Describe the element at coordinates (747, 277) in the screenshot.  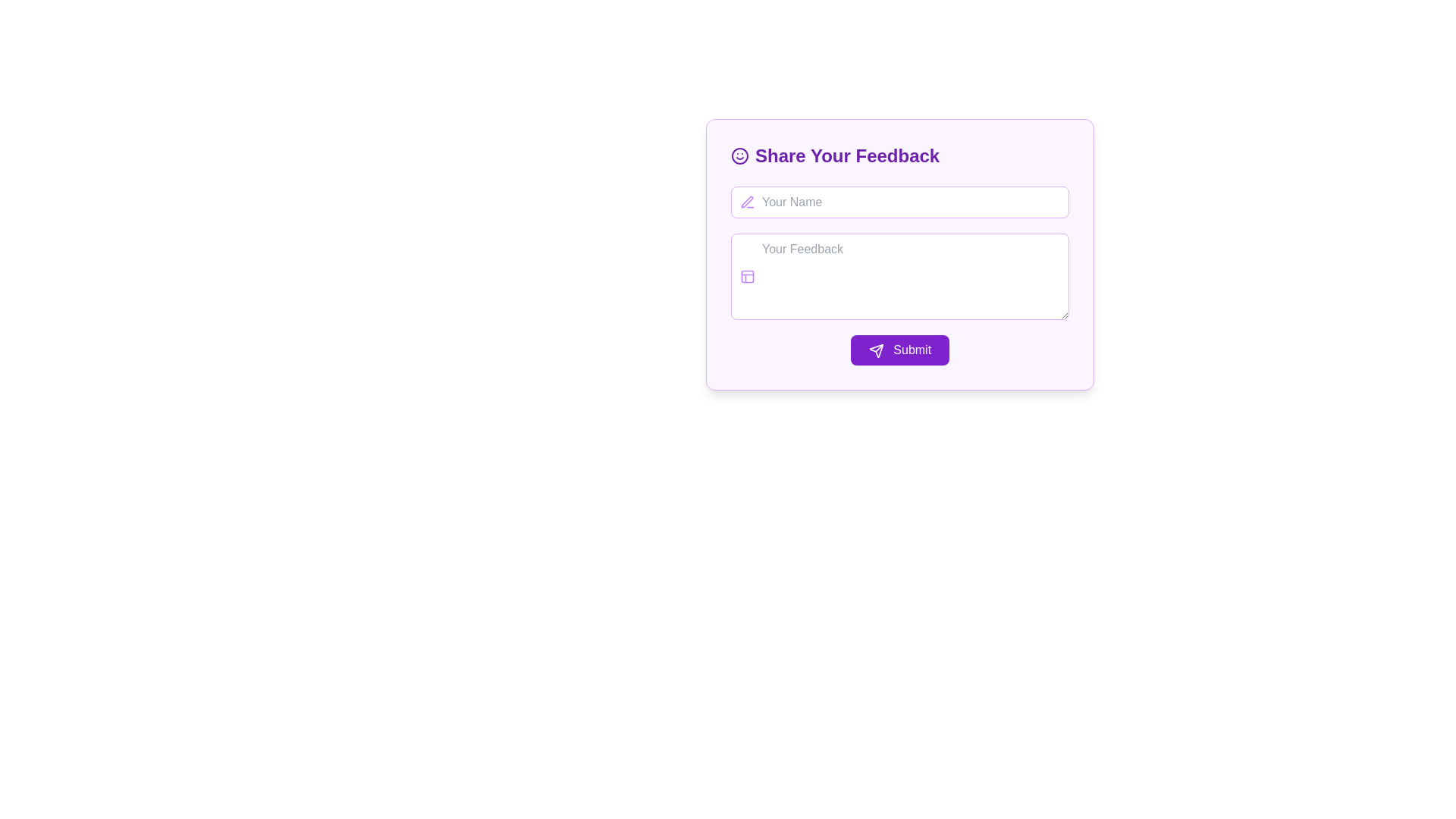
I see `the icon representation located within the feedback text area input field, positioned towards its left margin and slightly above the center vertically` at that location.